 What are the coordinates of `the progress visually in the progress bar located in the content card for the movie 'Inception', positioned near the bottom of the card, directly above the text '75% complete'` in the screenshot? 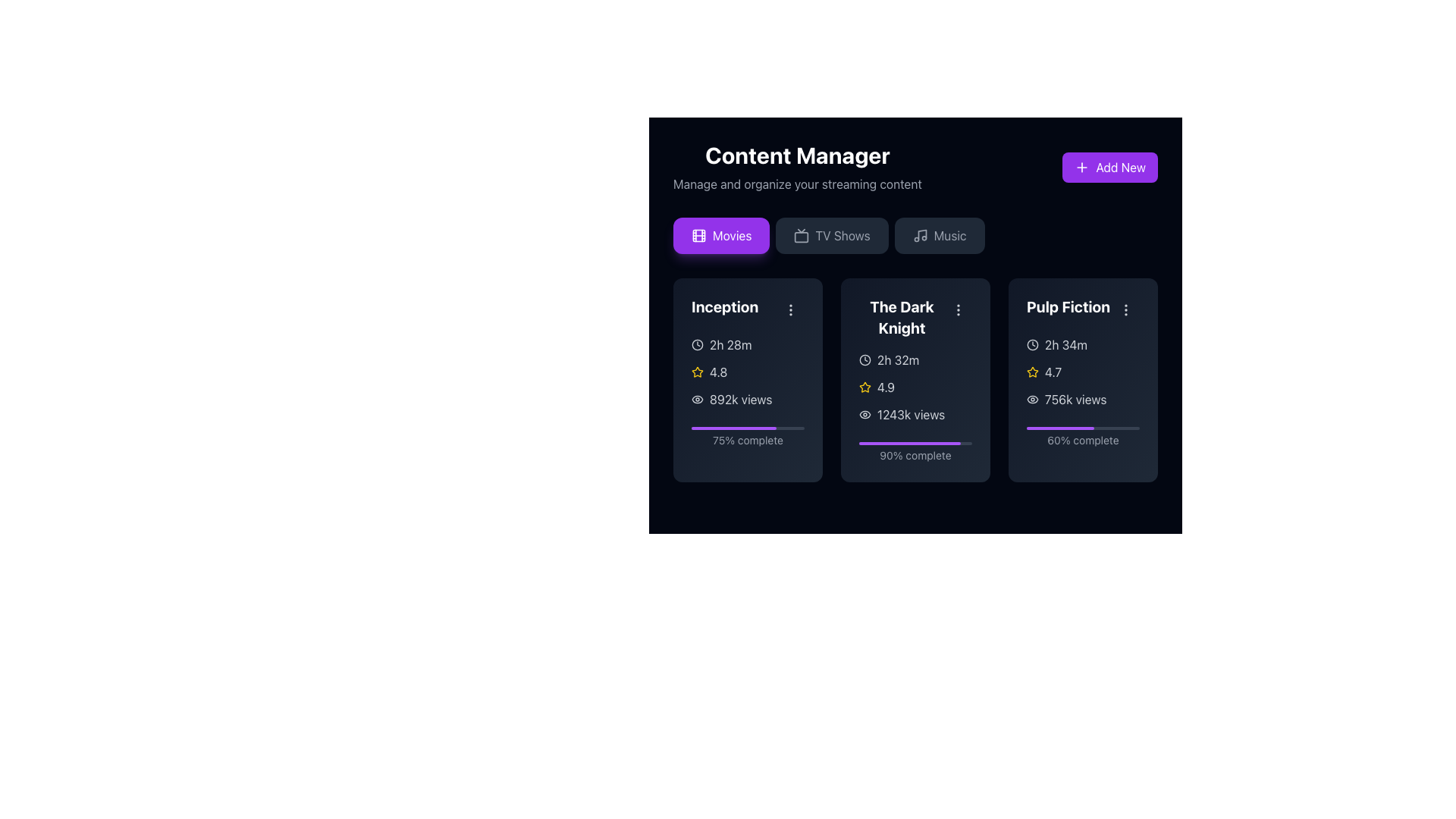 It's located at (748, 428).